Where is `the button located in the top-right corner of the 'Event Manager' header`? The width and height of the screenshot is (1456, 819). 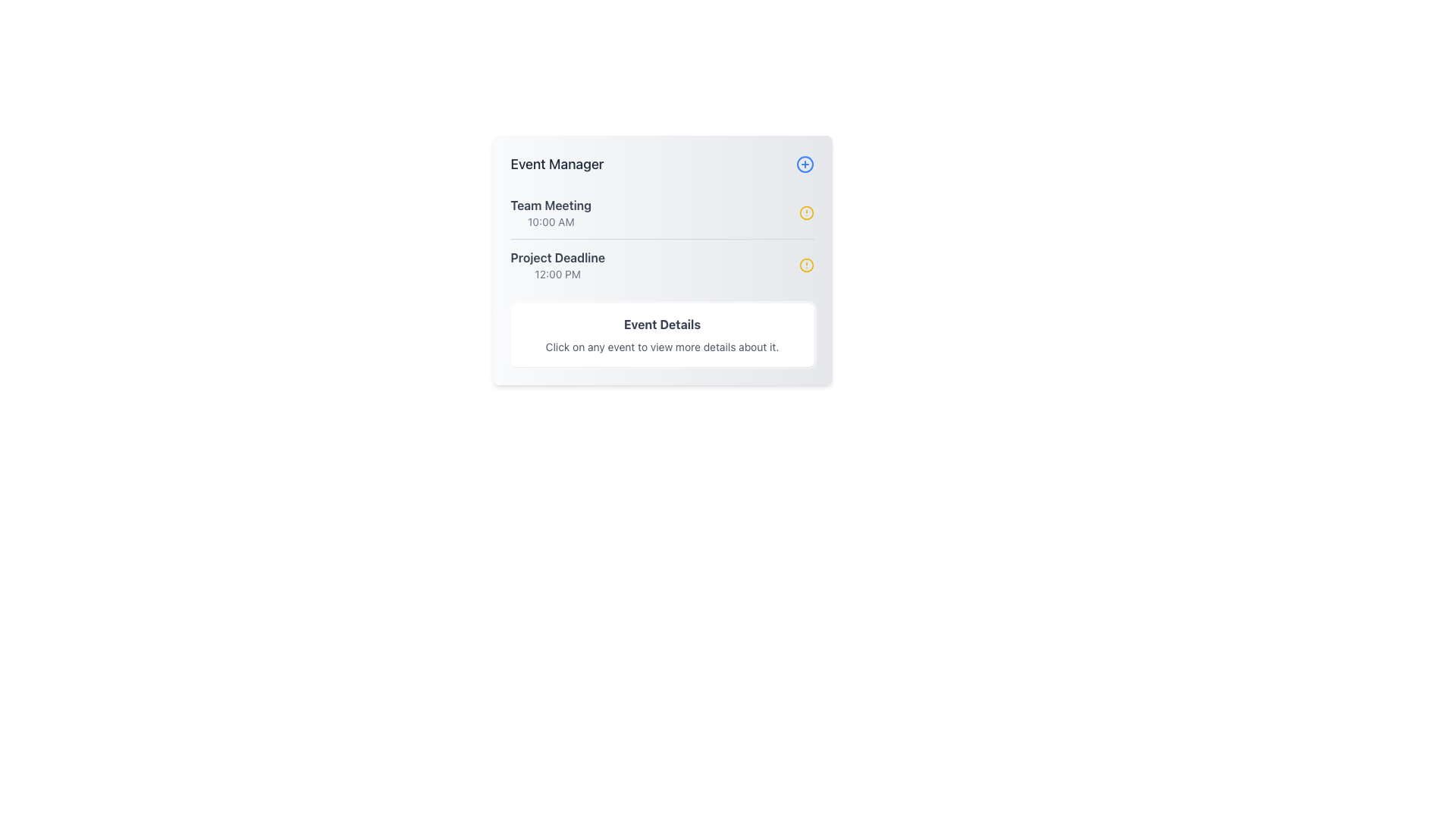
the button located in the top-right corner of the 'Event Manager' header is located at coordinates (804, 164).